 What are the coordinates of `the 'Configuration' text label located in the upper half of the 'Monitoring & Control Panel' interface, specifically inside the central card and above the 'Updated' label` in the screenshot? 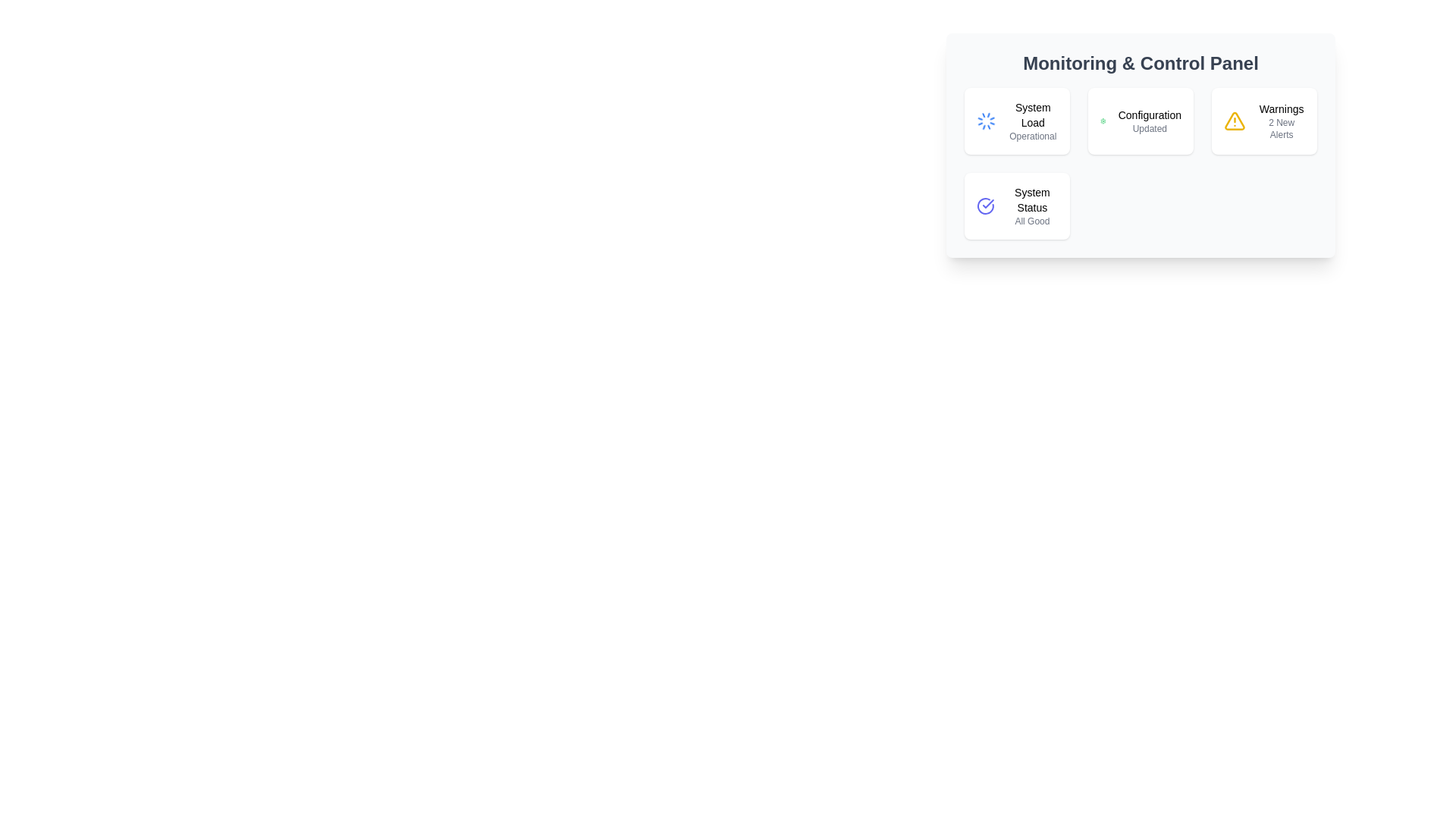 It's located at (1150, 114).